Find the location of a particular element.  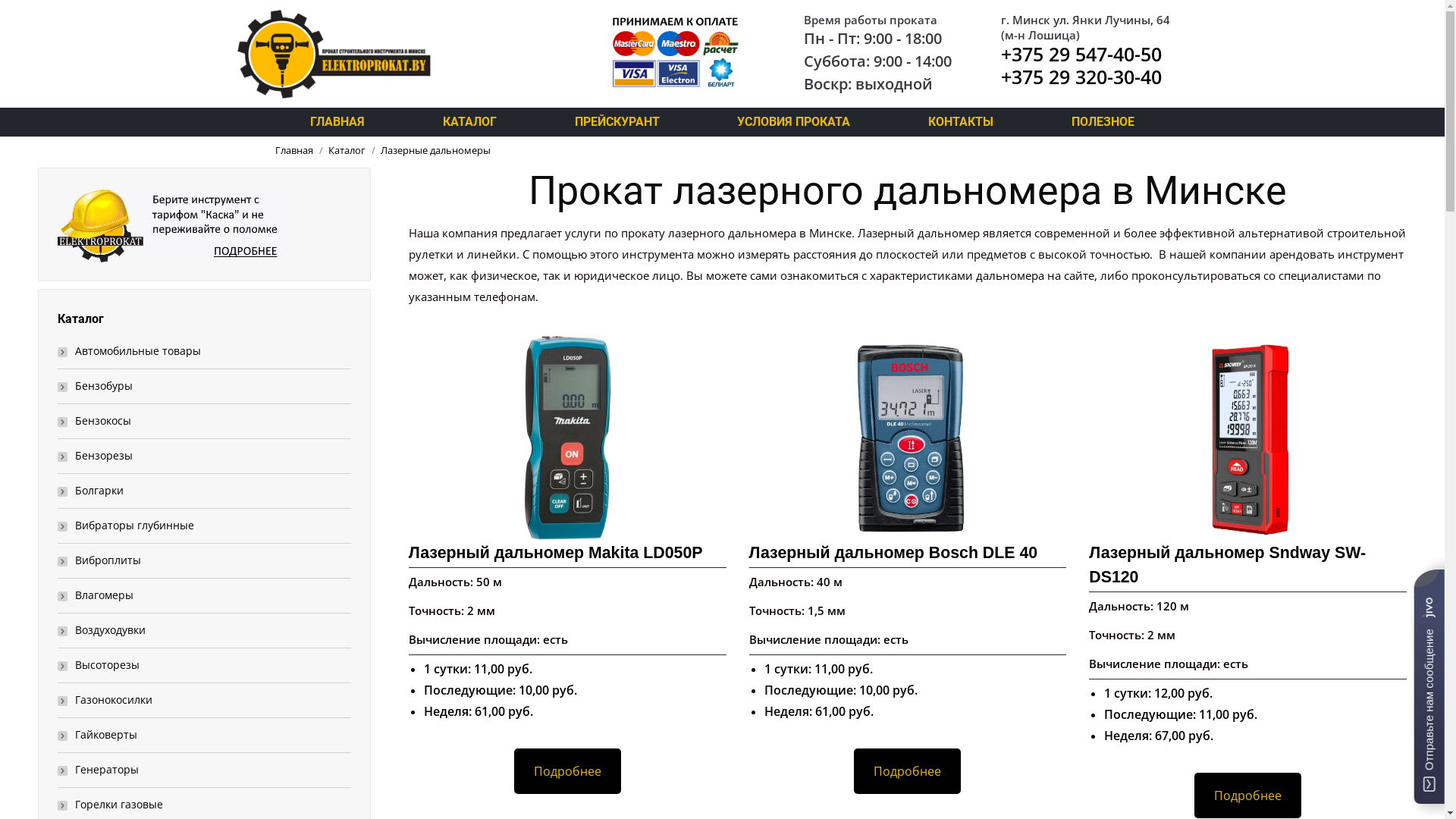

'+375 29 547-40-50' is located at coordinates (1080, 52).